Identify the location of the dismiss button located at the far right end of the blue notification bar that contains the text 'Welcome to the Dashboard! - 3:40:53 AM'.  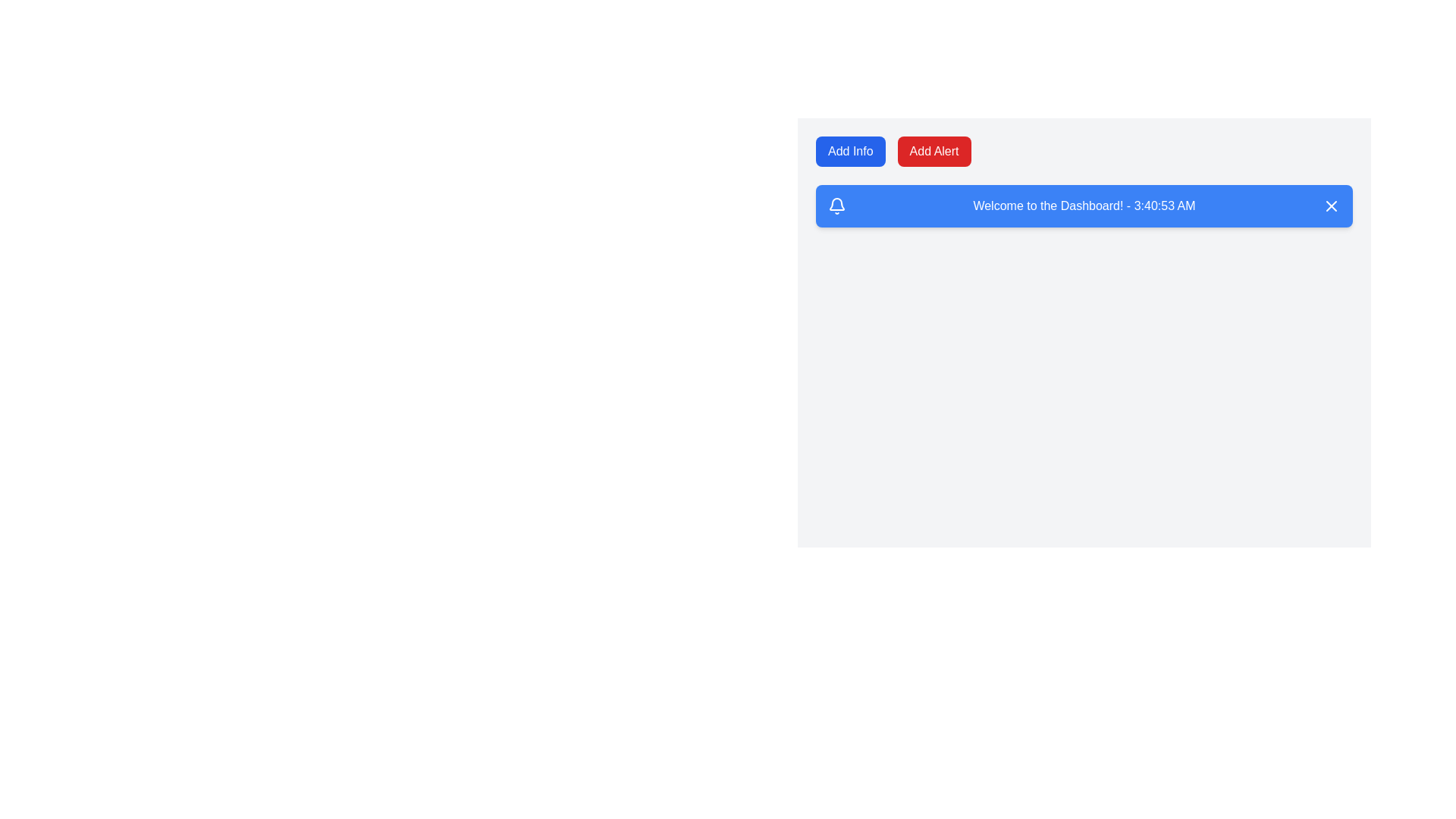
(1331, 206).